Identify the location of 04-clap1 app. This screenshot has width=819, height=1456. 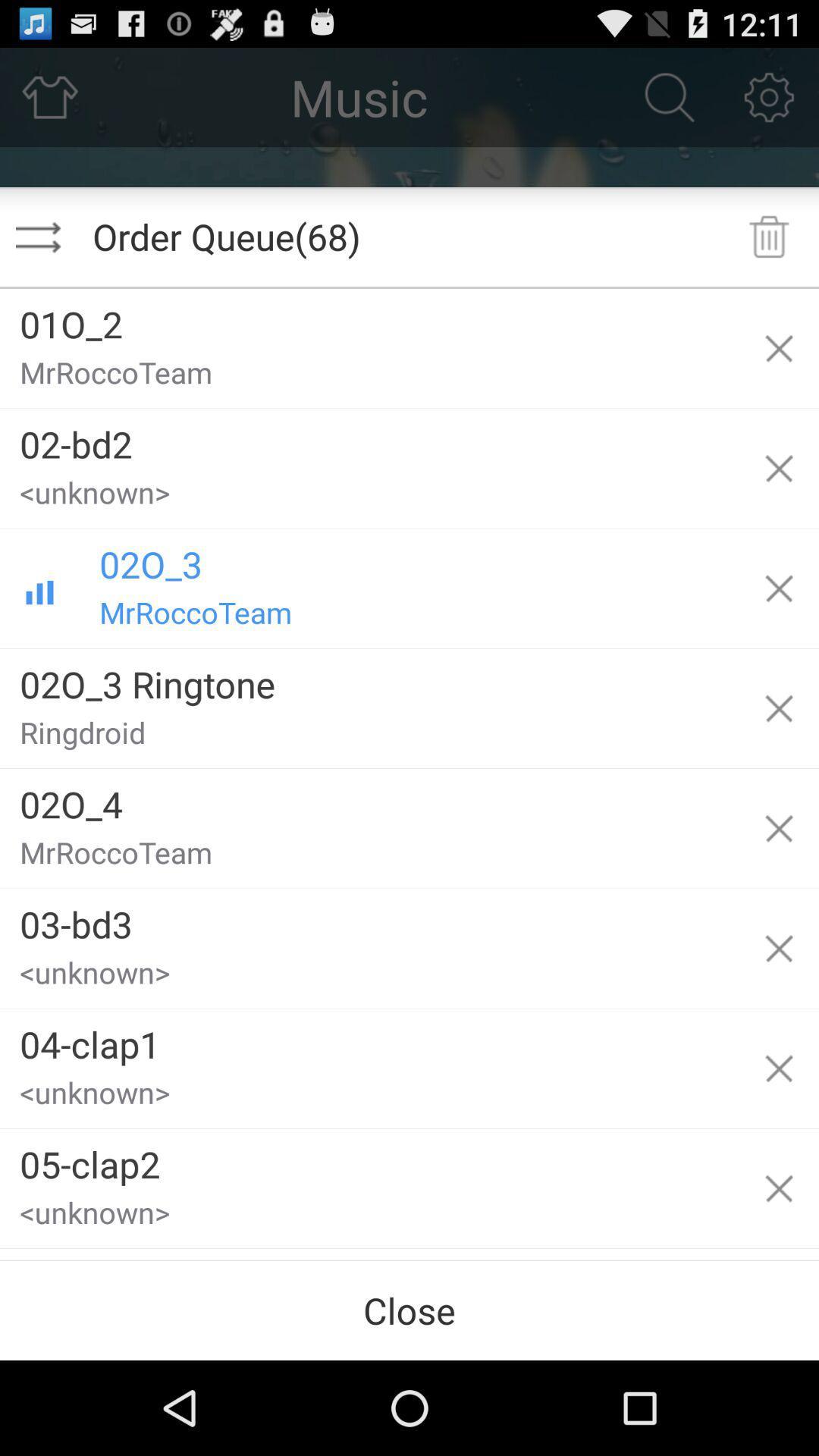
(369, 1037).